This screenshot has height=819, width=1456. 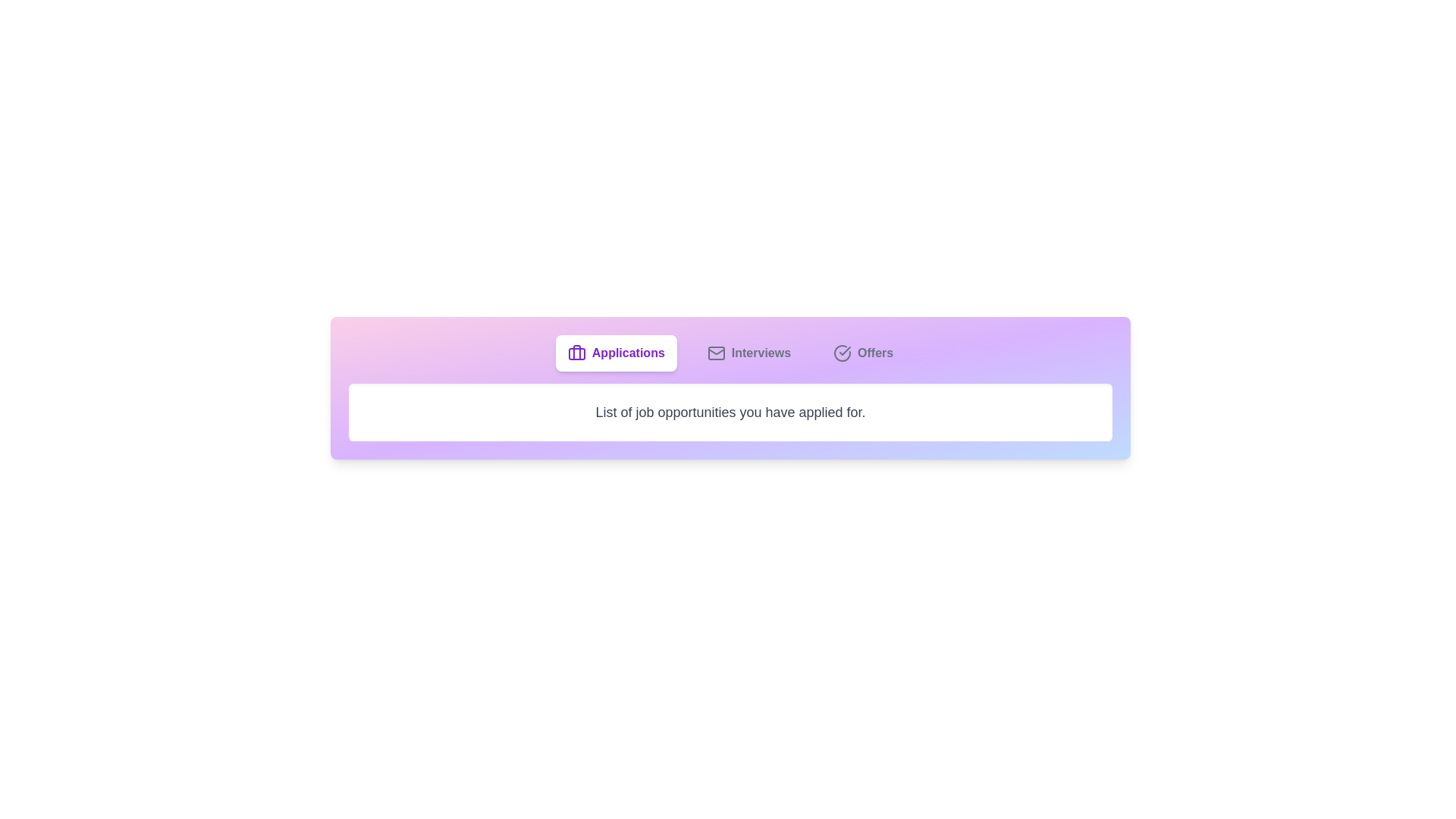 What do you see at coordinates (616, 353) in the screenshot?
I see `the 'Applications' tab to view applied jobs` at bounding box center [616, 353].